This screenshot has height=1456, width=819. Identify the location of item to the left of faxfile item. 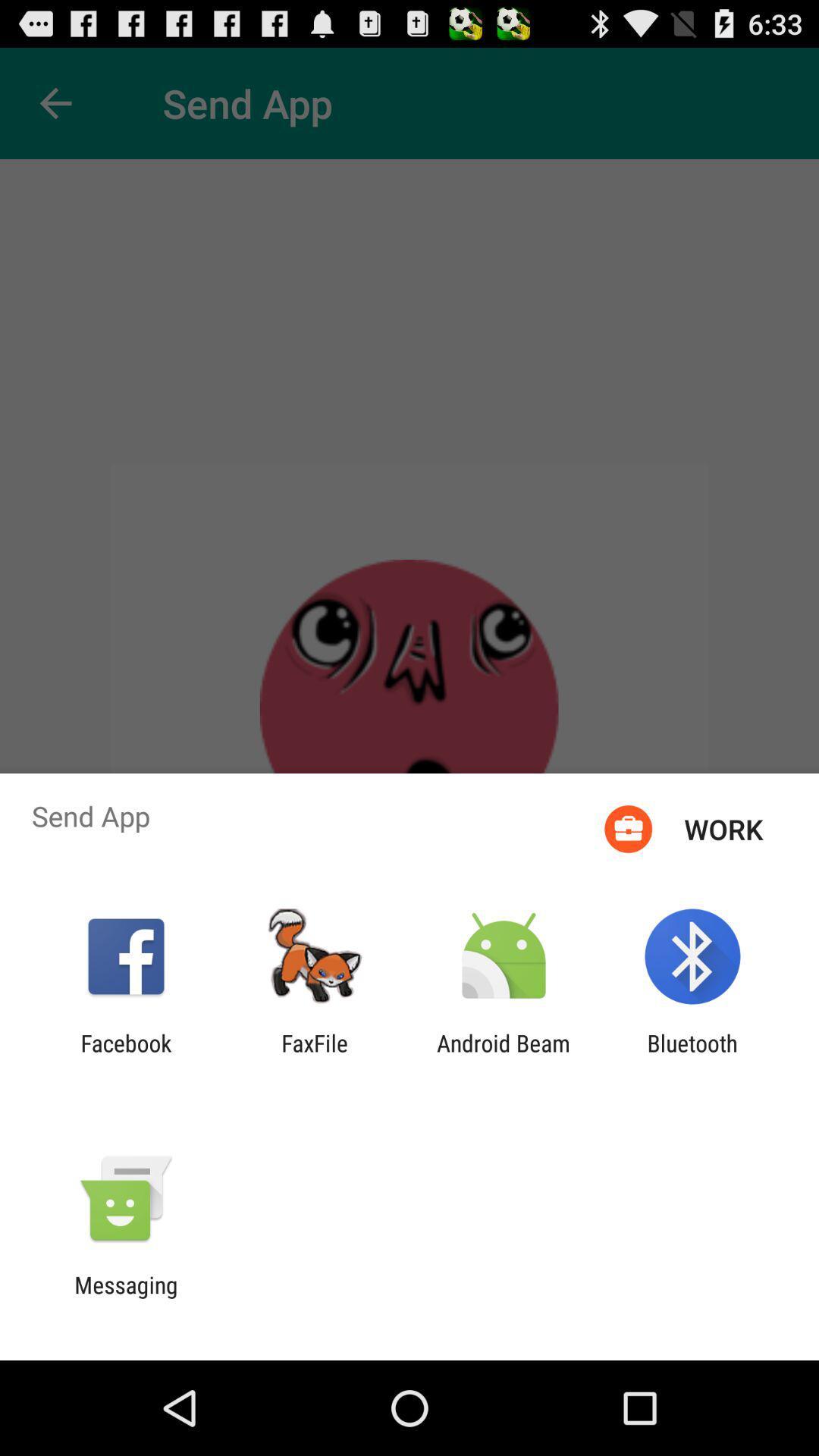
(125, 1056).